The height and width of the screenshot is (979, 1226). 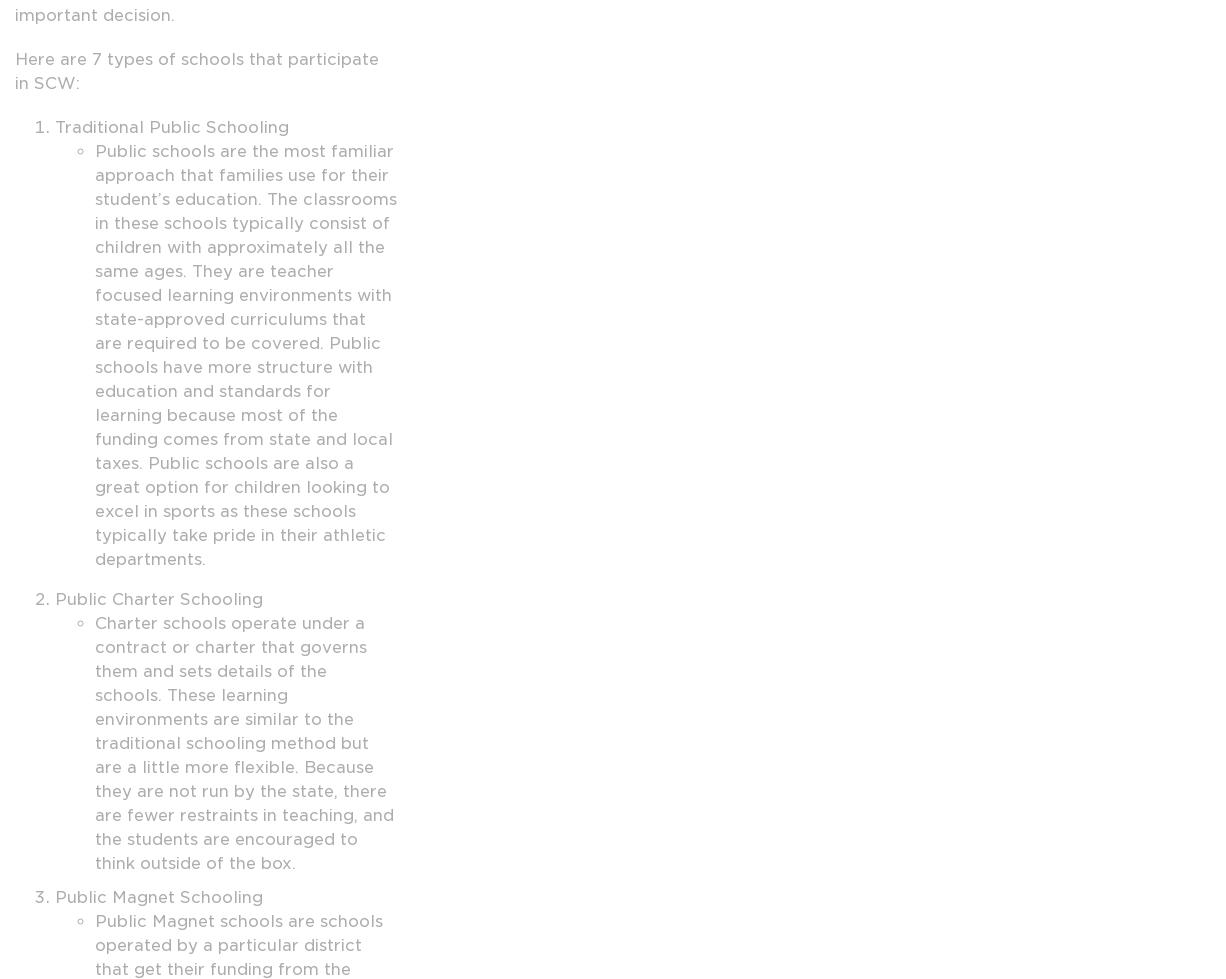 I want to click on 'Behavioral Health', so click(x=71, y=910).